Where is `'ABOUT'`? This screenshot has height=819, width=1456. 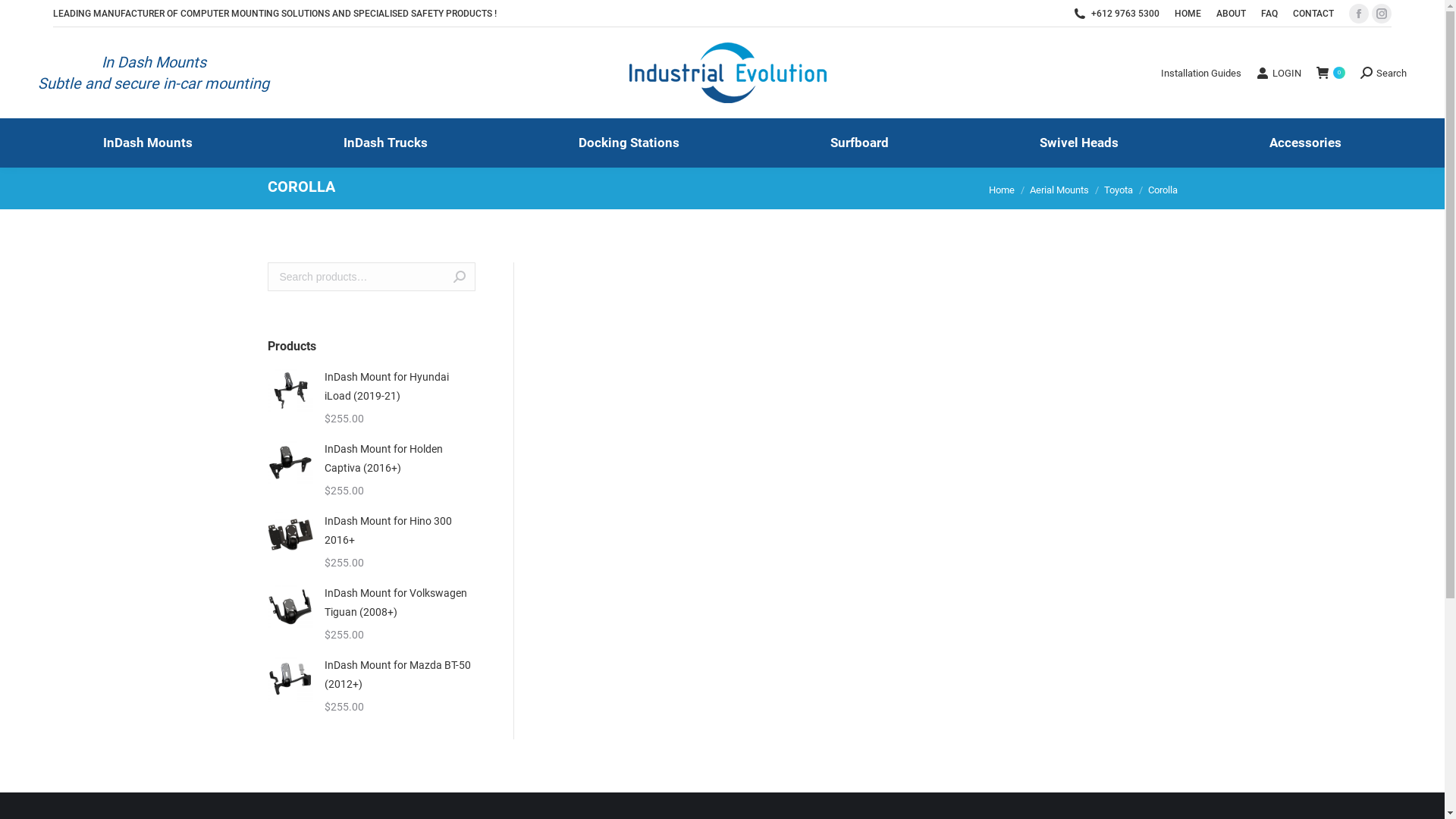
'ABOUT' is located at coordinates (1216, 14).